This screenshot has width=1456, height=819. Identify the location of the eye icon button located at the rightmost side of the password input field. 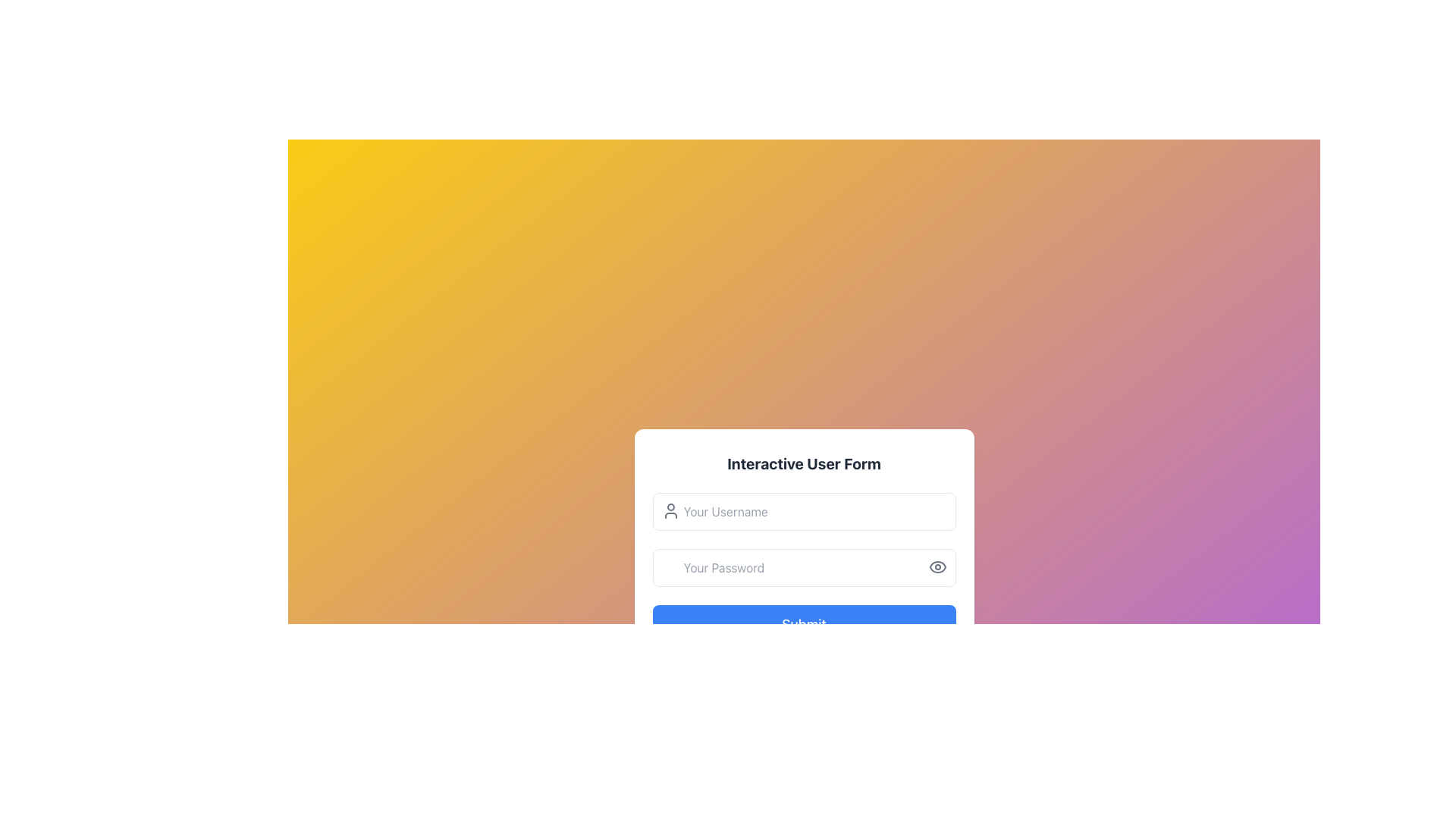
(937, 567).